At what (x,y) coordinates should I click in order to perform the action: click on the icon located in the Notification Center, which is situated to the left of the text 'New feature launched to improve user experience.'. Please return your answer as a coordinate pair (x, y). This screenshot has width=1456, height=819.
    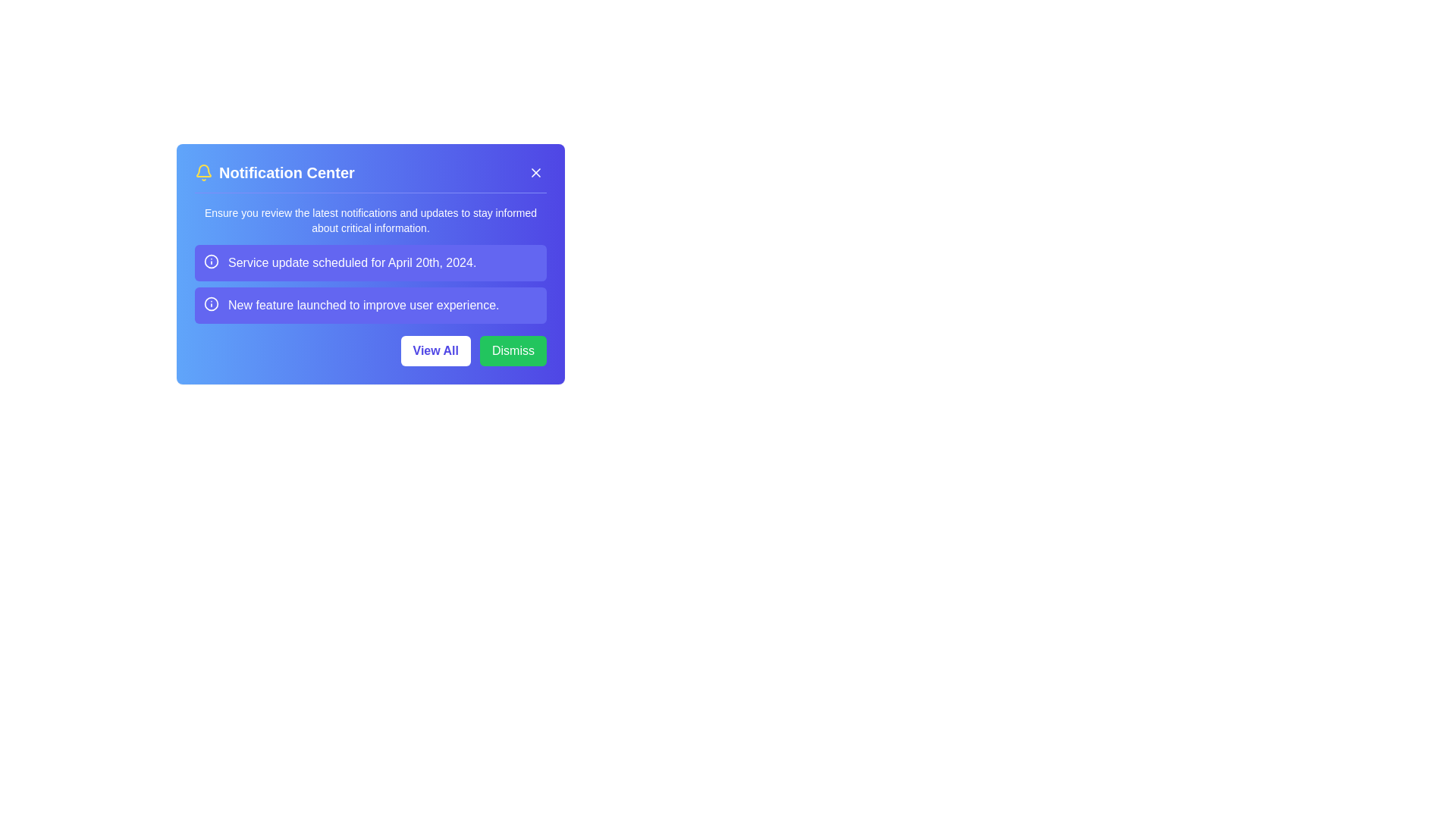
    Looking at the image, I should click on (210, 304).